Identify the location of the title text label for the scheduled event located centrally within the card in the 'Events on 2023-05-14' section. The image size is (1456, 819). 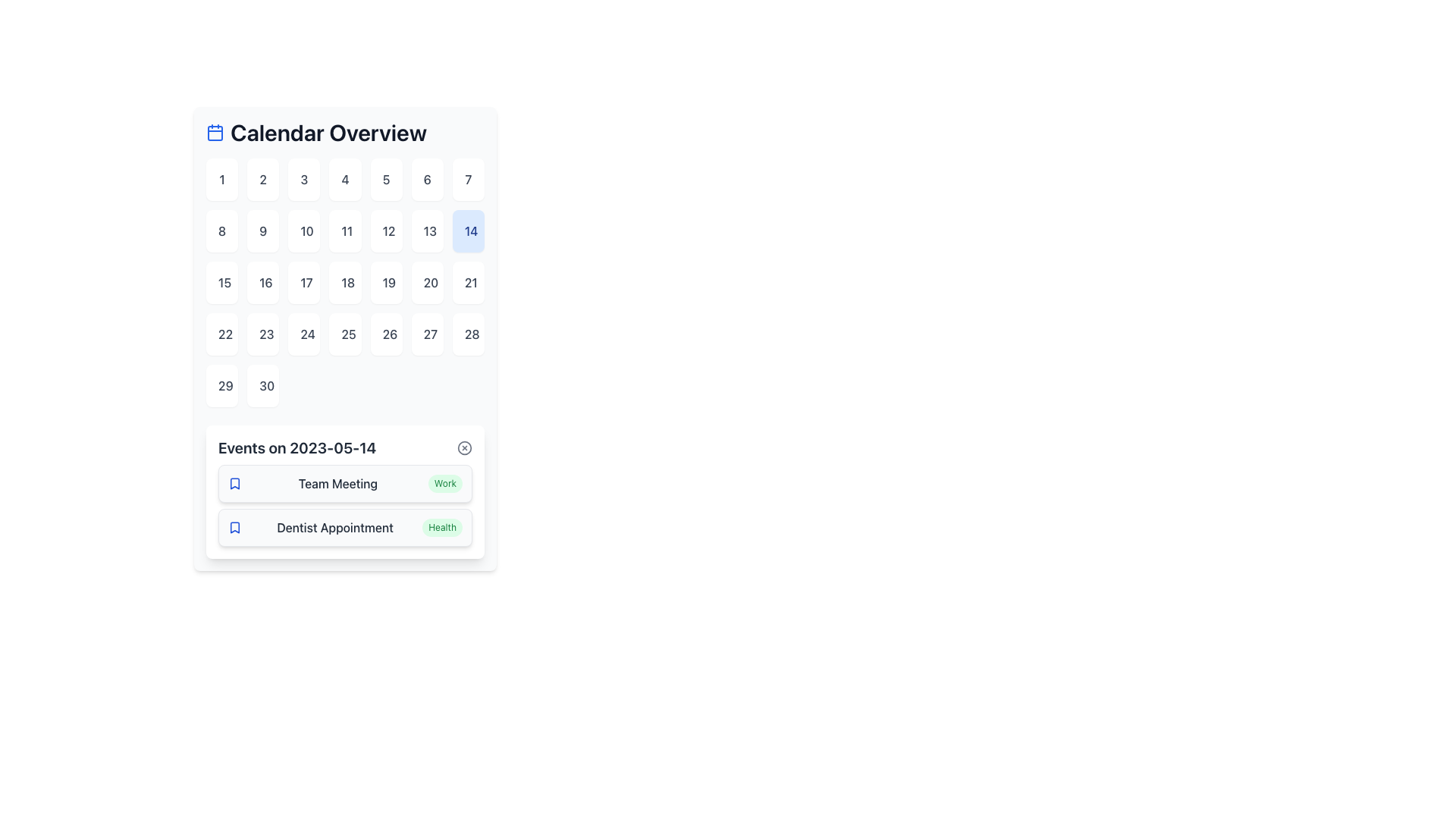
(337, 483).